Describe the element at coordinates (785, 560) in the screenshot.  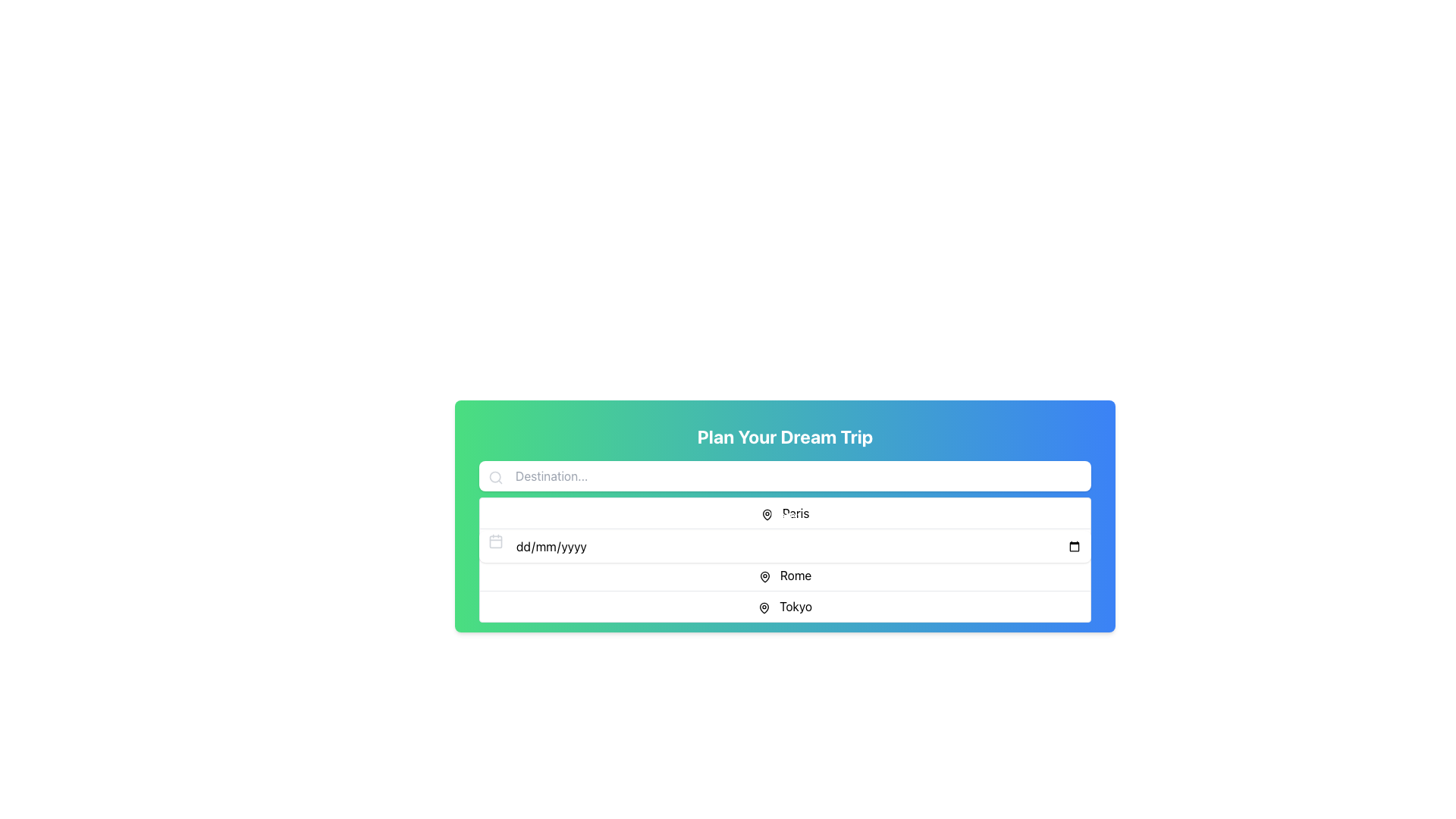
I see `the dropdown menu option` at that location.